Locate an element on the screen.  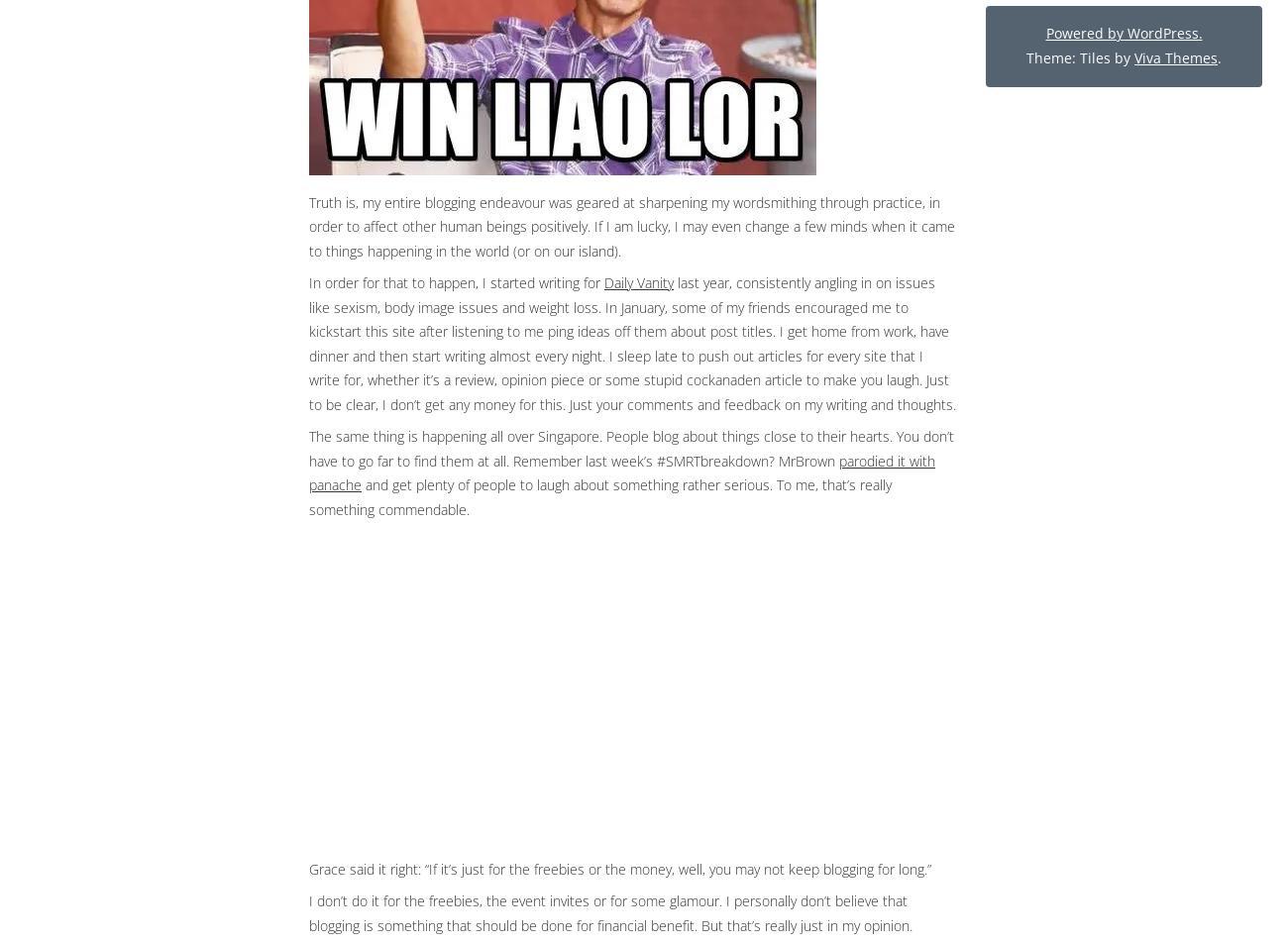
'Daily Vanity' is located at coordinates (639, 281).